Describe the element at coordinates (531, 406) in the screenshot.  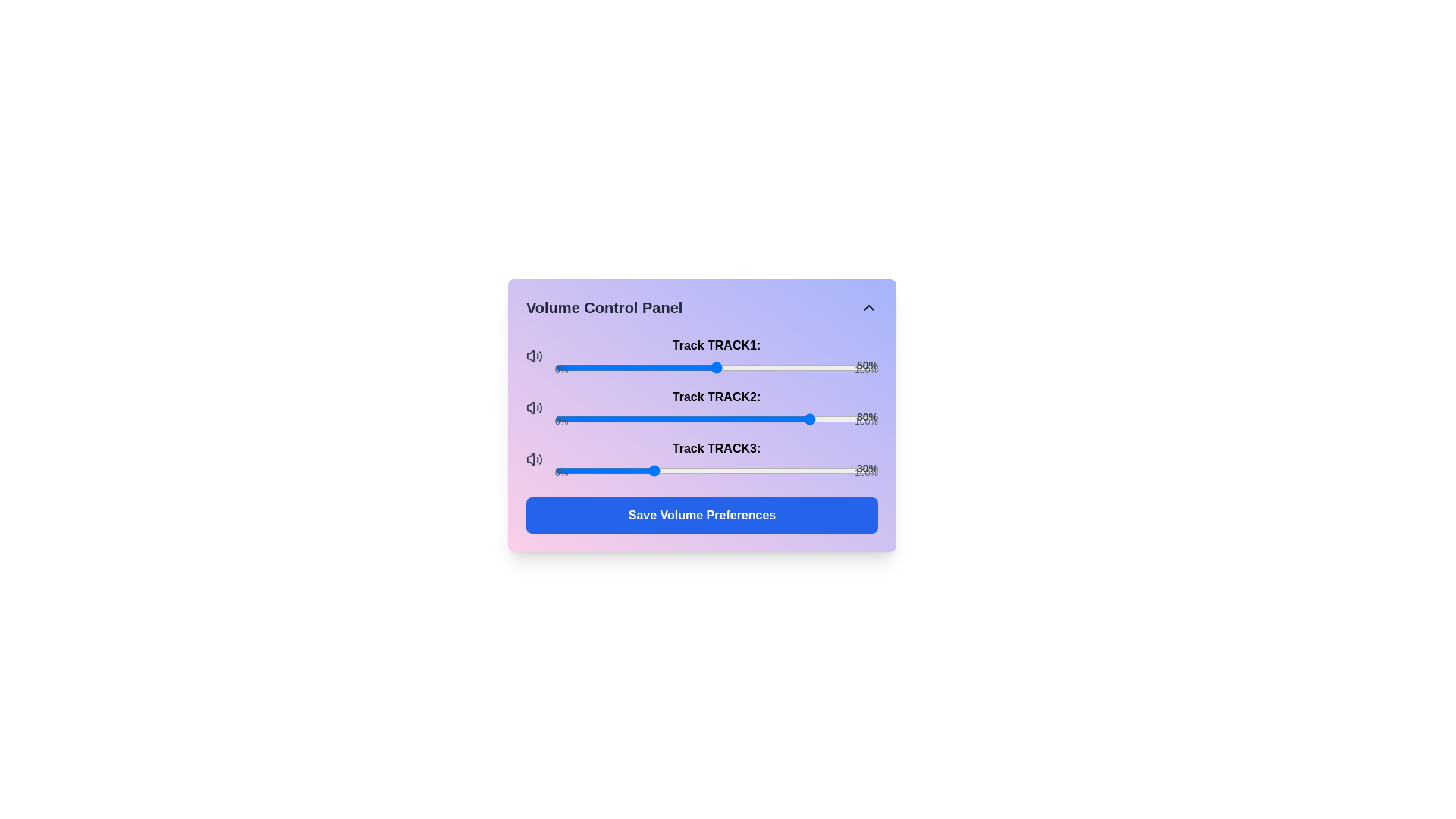
I see `the speaker icon representing the volume control for 'Track 2' to elicit a tooltip or animation` at that location.